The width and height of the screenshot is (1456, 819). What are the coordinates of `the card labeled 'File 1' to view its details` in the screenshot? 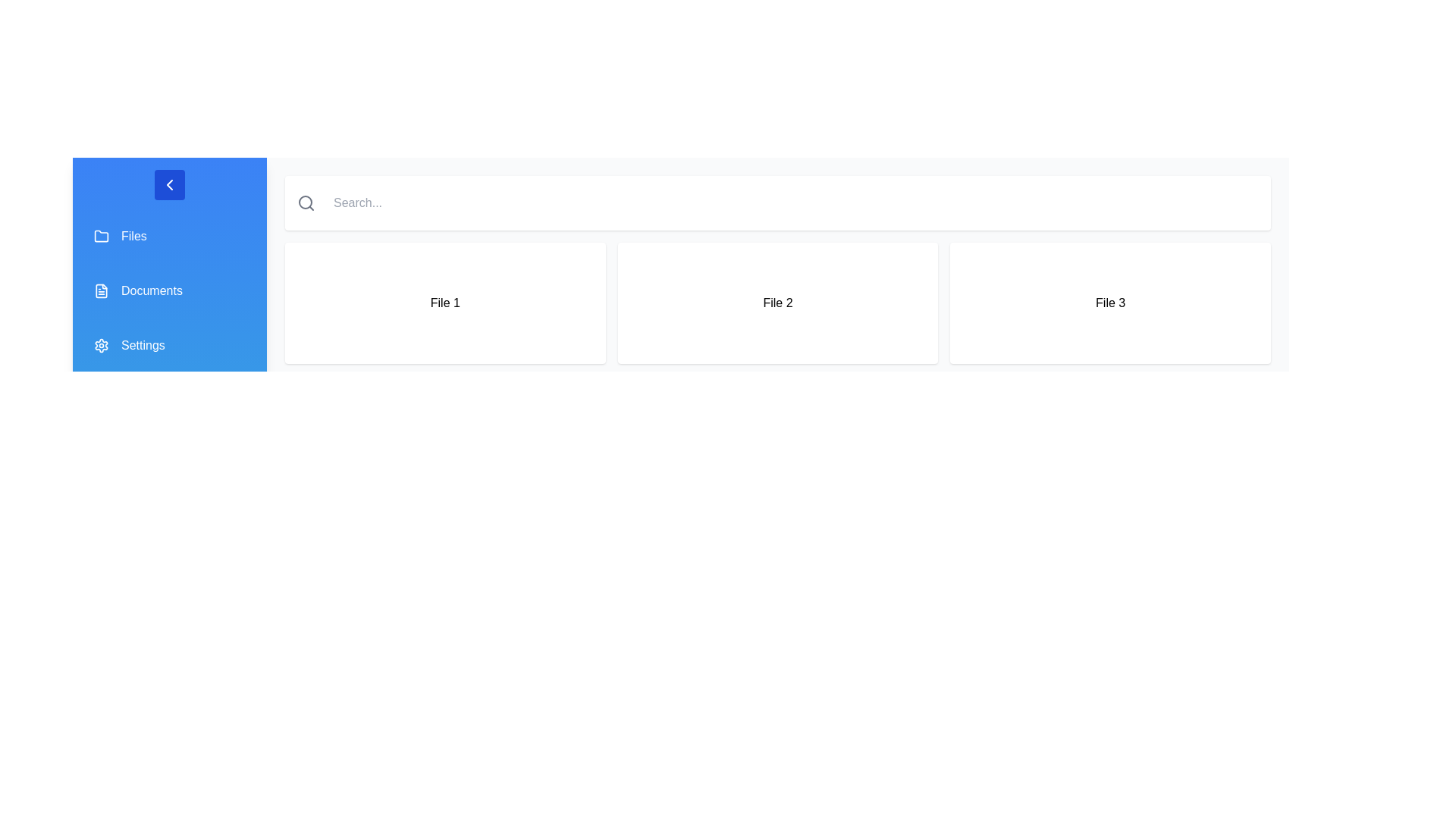 It's located at (444, 303).